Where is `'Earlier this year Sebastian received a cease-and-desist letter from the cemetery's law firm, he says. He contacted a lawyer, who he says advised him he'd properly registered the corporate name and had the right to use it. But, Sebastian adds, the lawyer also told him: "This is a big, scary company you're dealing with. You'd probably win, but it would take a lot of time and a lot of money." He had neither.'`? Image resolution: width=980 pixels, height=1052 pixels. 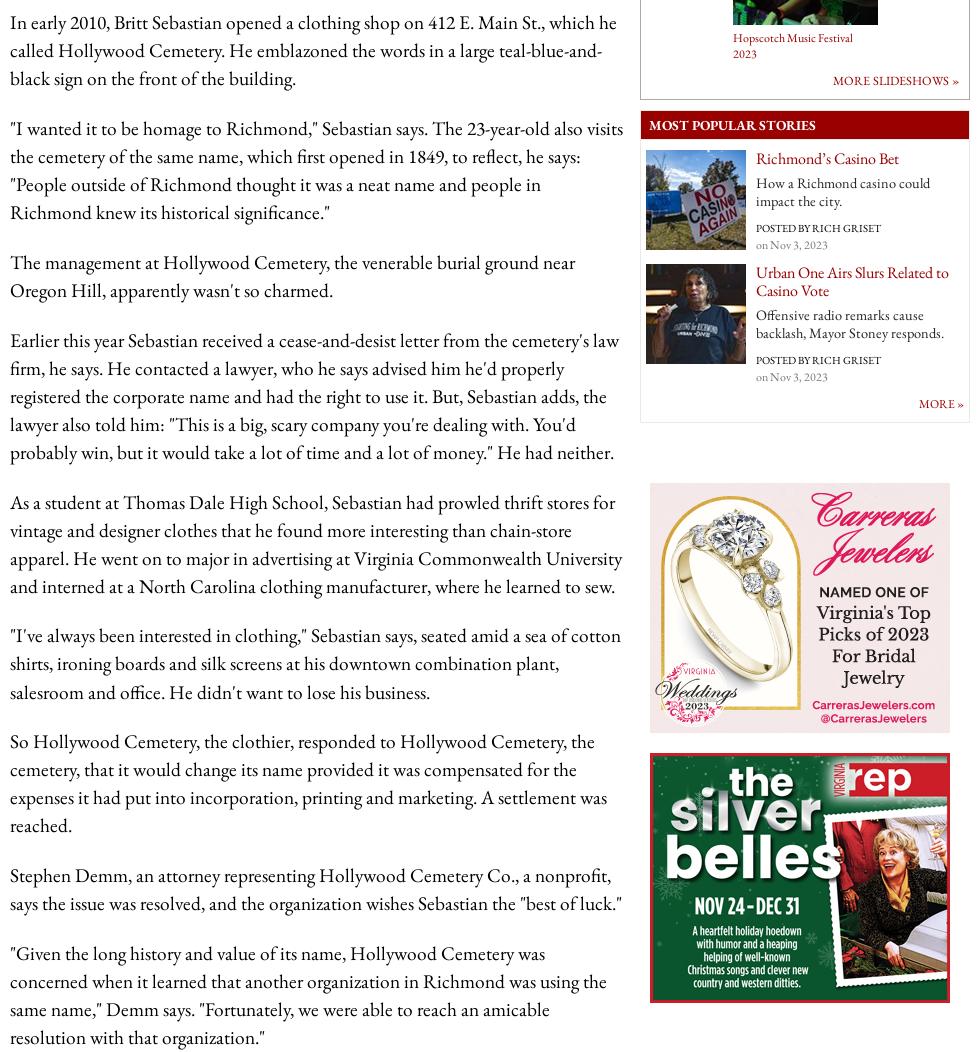
'Earlier this year Sebastian received a cease-and-desist letter from the cemetery's law firm, he says. He contacted a lawyer, who he says advised him he'd properly registered the corporate name and had the right to use it. But, Sebastian adds, the lawyer also told him: "This is a big, scary company you're dealing with. You'd probably win, but it would take a lot of time and a lot of money." He had neither.' is located at coordinates (314, 394).